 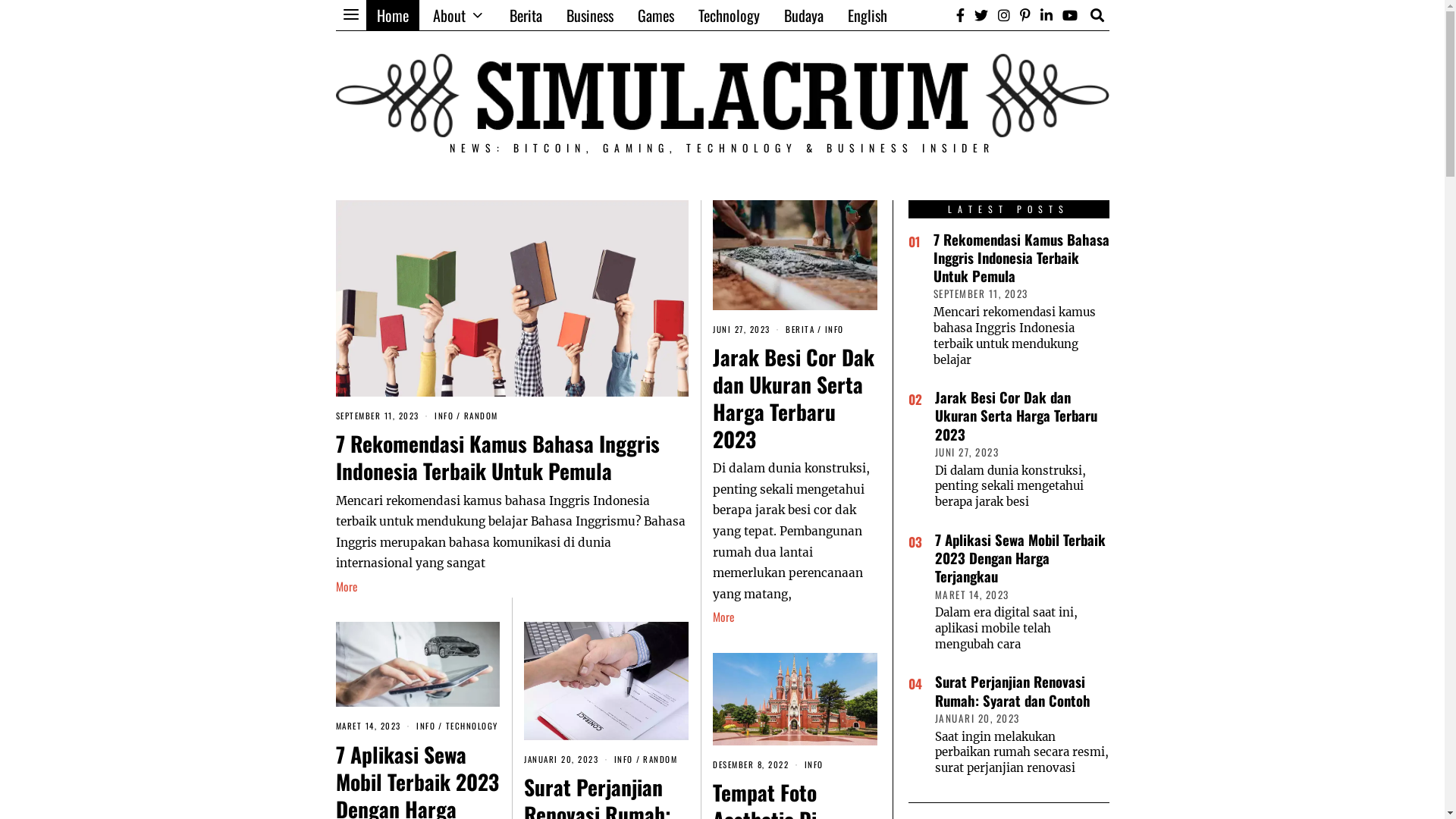 What do you see at coordinates (457, 14) in the screenshot?
I see `'About'` at bounding box center [457, 14].